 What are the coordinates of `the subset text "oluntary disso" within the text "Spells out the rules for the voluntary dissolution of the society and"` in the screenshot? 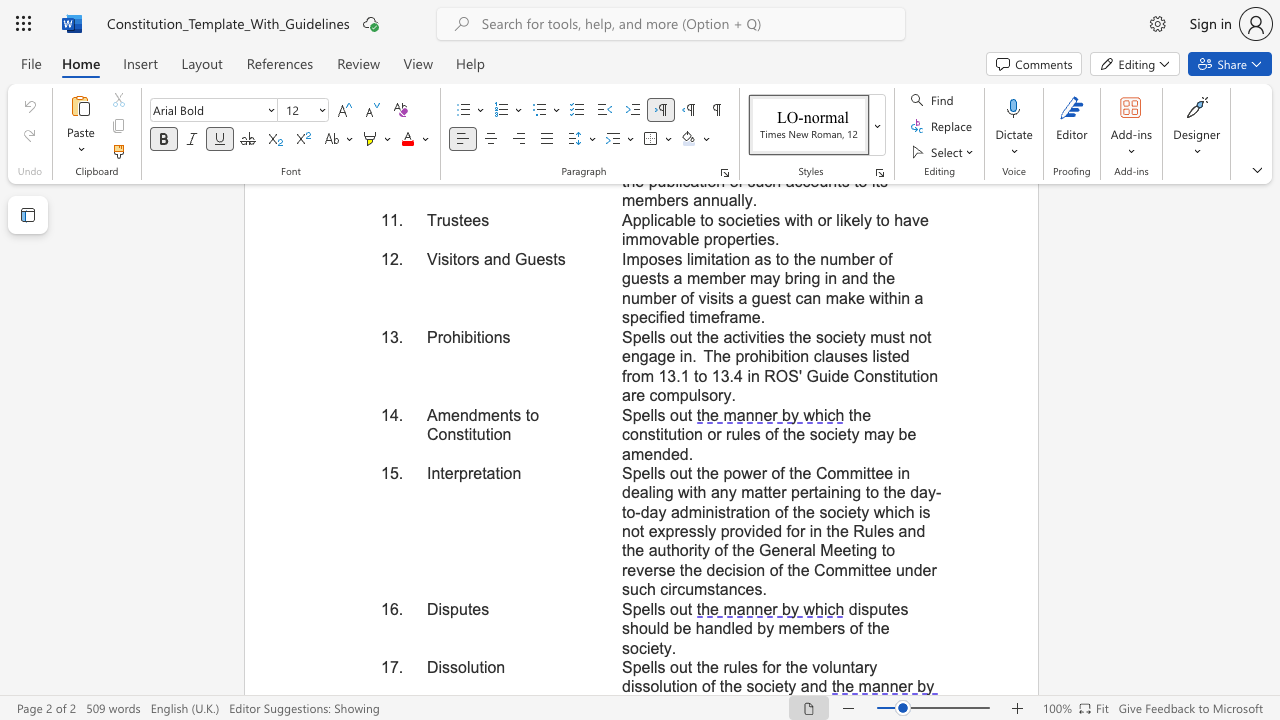 It's located at (820, 667).